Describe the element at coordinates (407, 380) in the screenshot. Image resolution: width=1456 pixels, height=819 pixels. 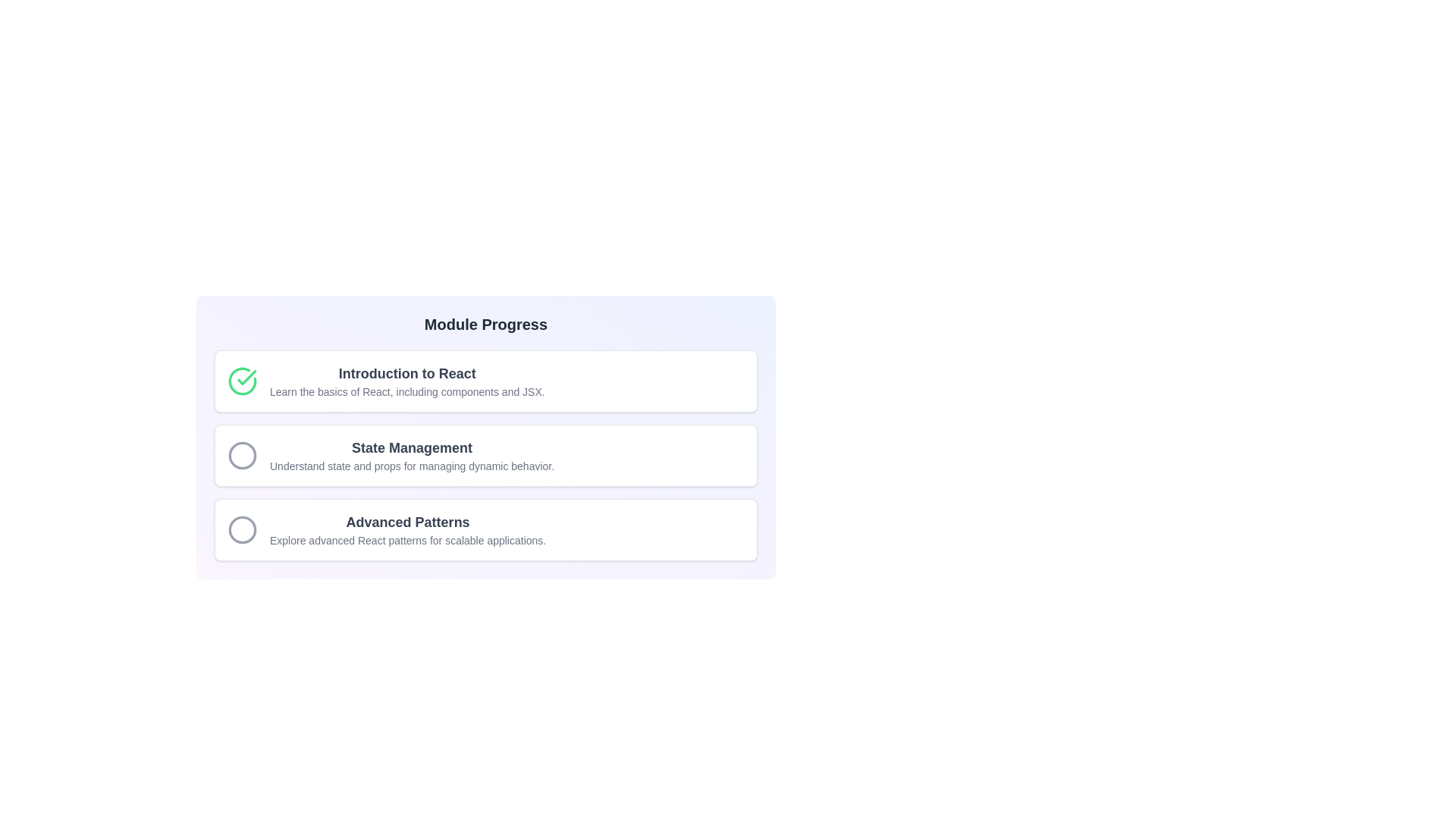
I see `the informational text block titled 'Introduction to React' that describes the basics of React, which is styled with a bold title and a lighter description, positioned under 'Module Progress'` at that location.